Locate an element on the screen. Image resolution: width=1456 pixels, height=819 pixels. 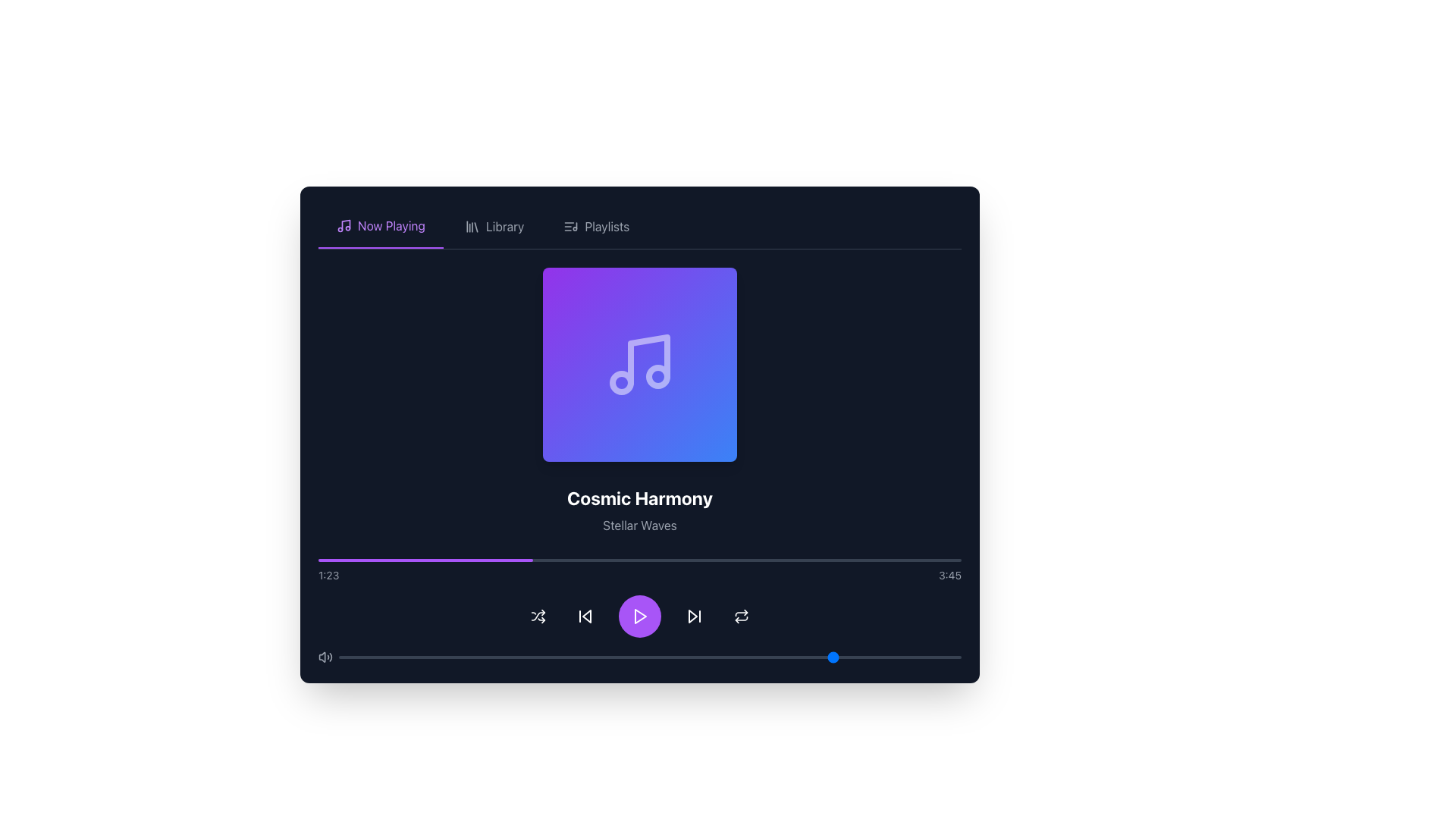
the repeat button, which is represented by a loop icon of two arrows in the playback controls section is located at coordinates (742, 617).